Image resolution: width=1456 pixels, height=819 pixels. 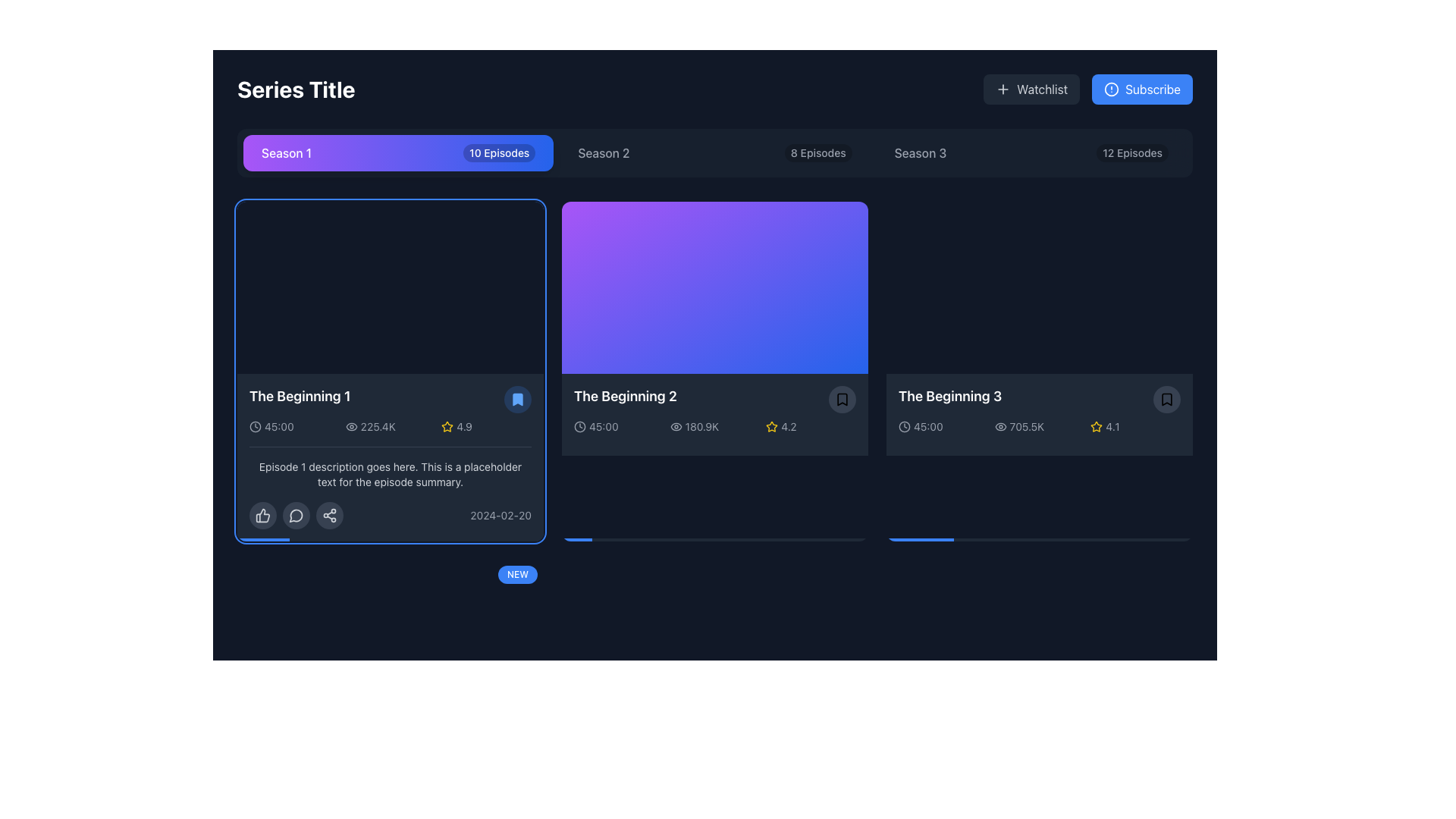 I want to click on the numerical indicator text label located within the details of the third episode card, which is positioned to the right of the eye icon and aligned with a nearby star rating, so click(x=1027, y=427).